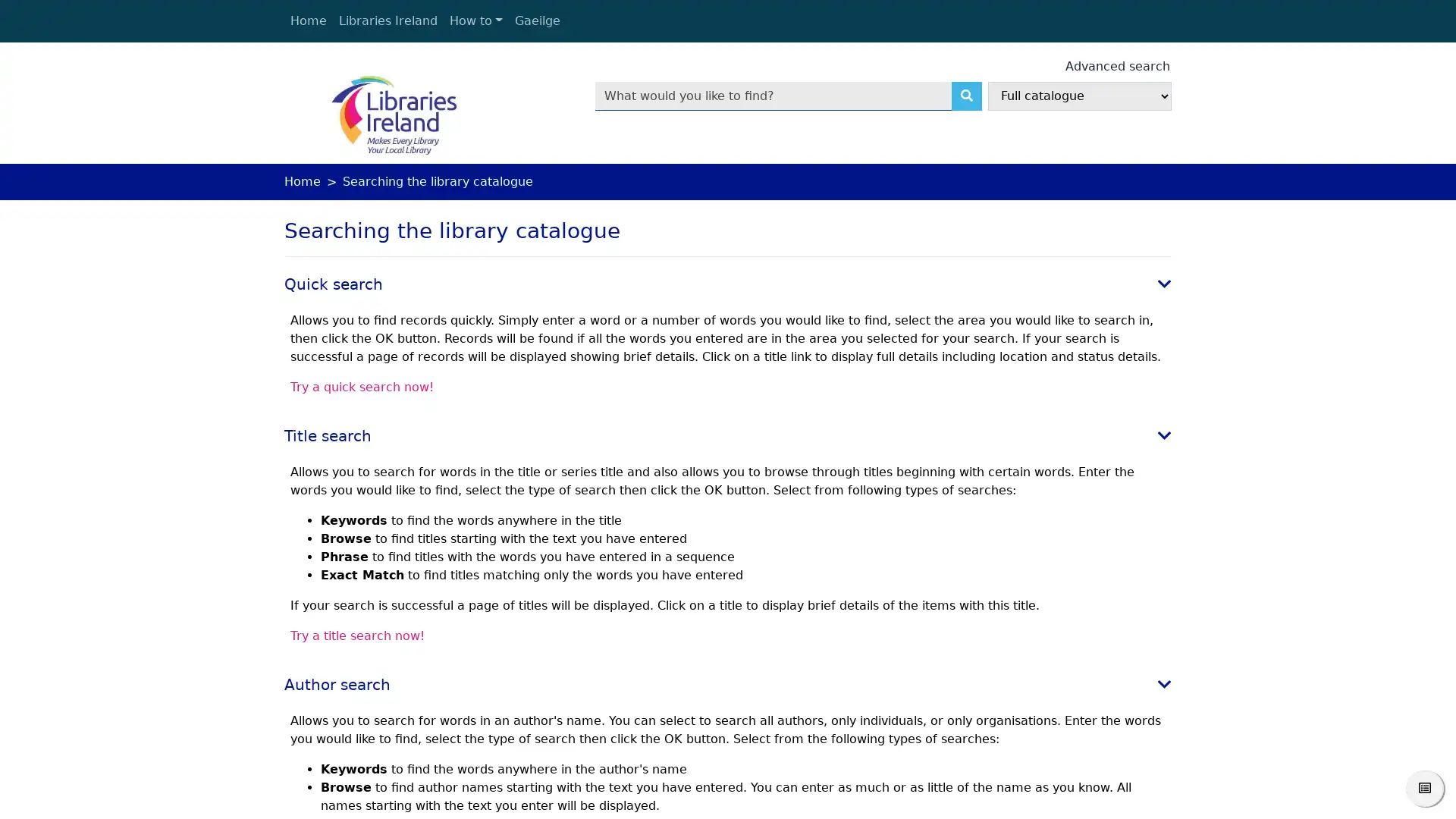 This screenshot has height=819, width=1456. Describe the element at coordinates (728, 435) in the screenshot. I see `Title search` at that location.